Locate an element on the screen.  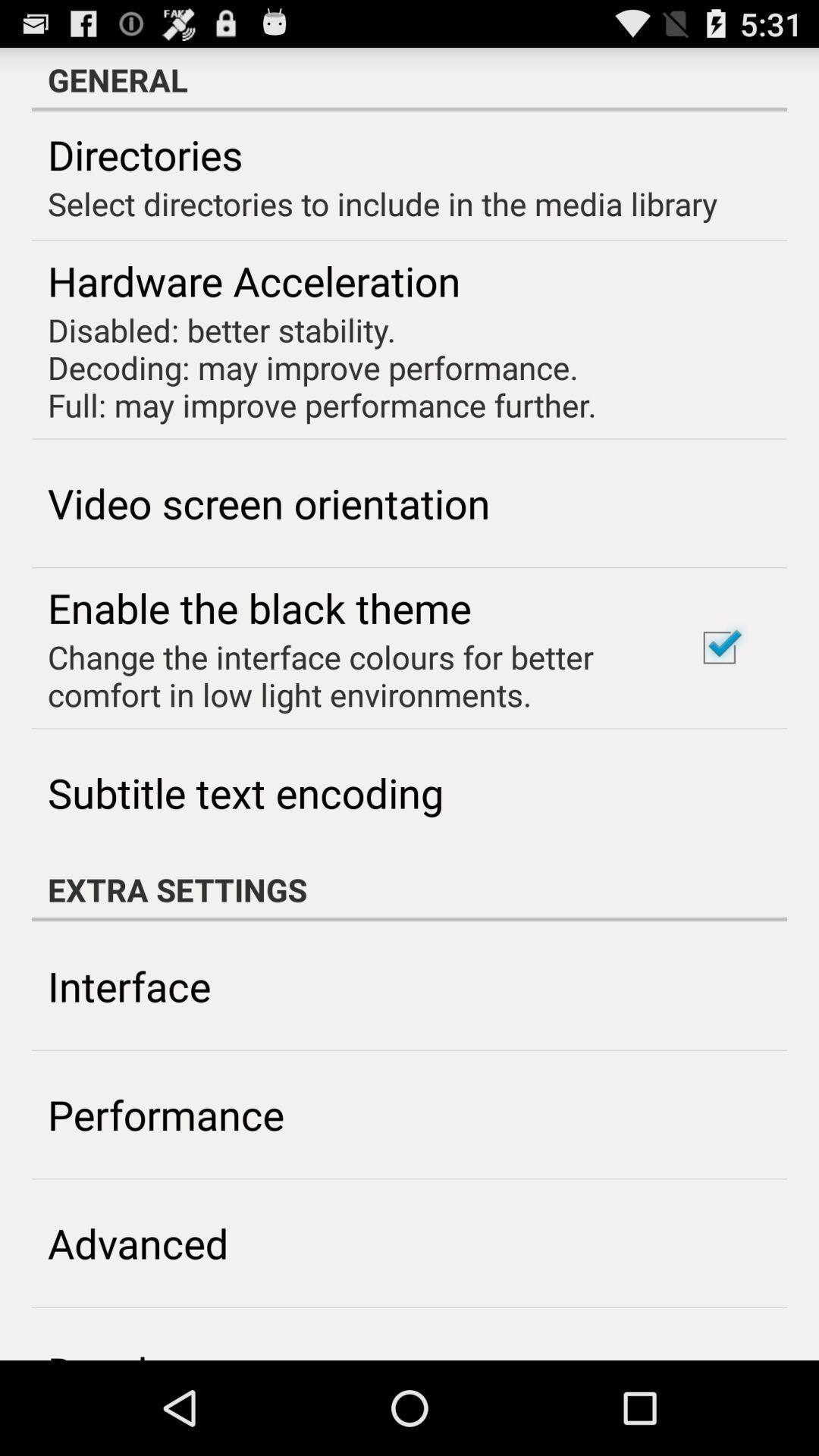
icon below the enable the black icon is located at coordinates (351, 675).